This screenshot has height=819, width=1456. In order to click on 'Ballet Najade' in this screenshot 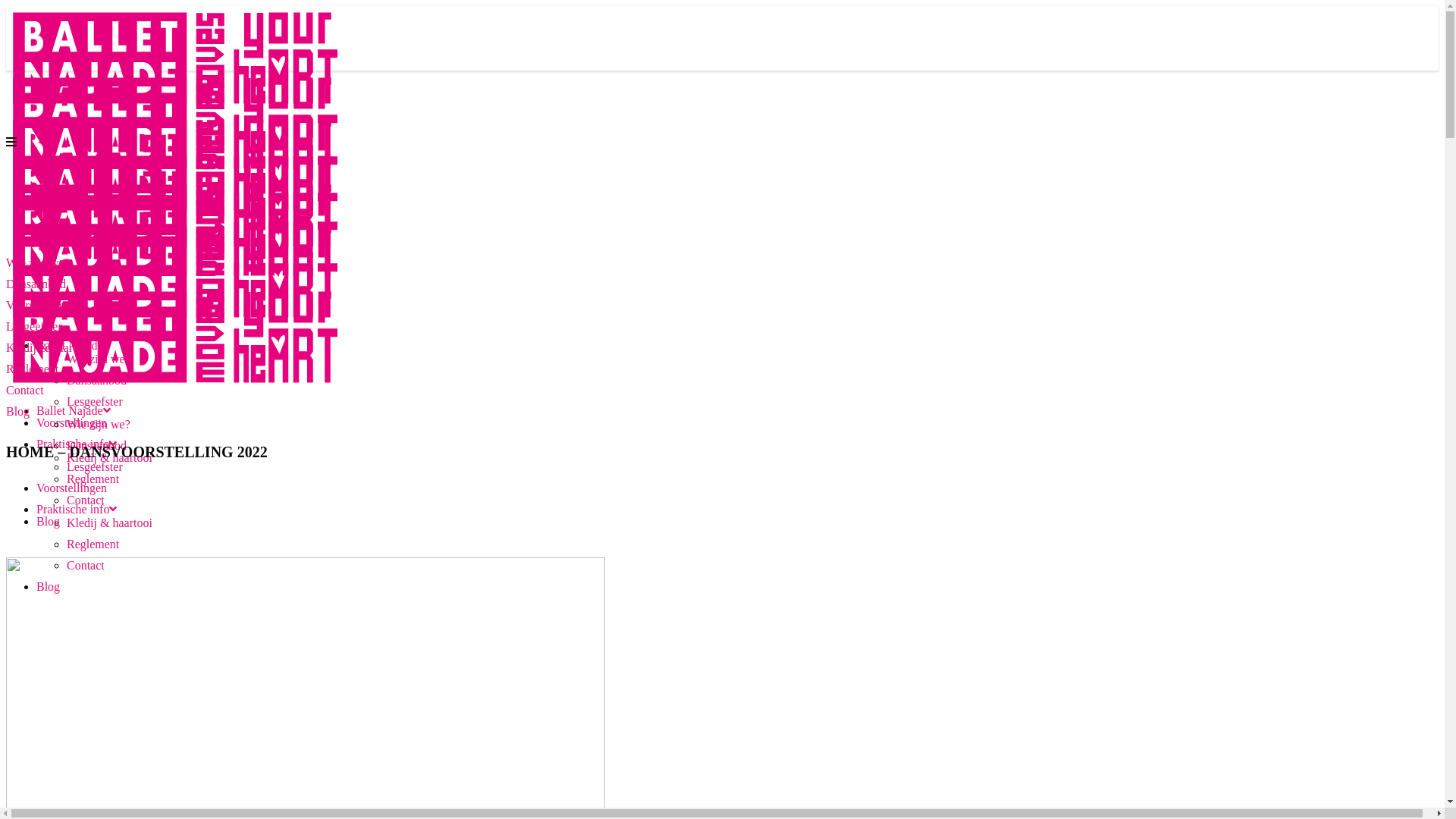, I will do `click(72, 410)`.